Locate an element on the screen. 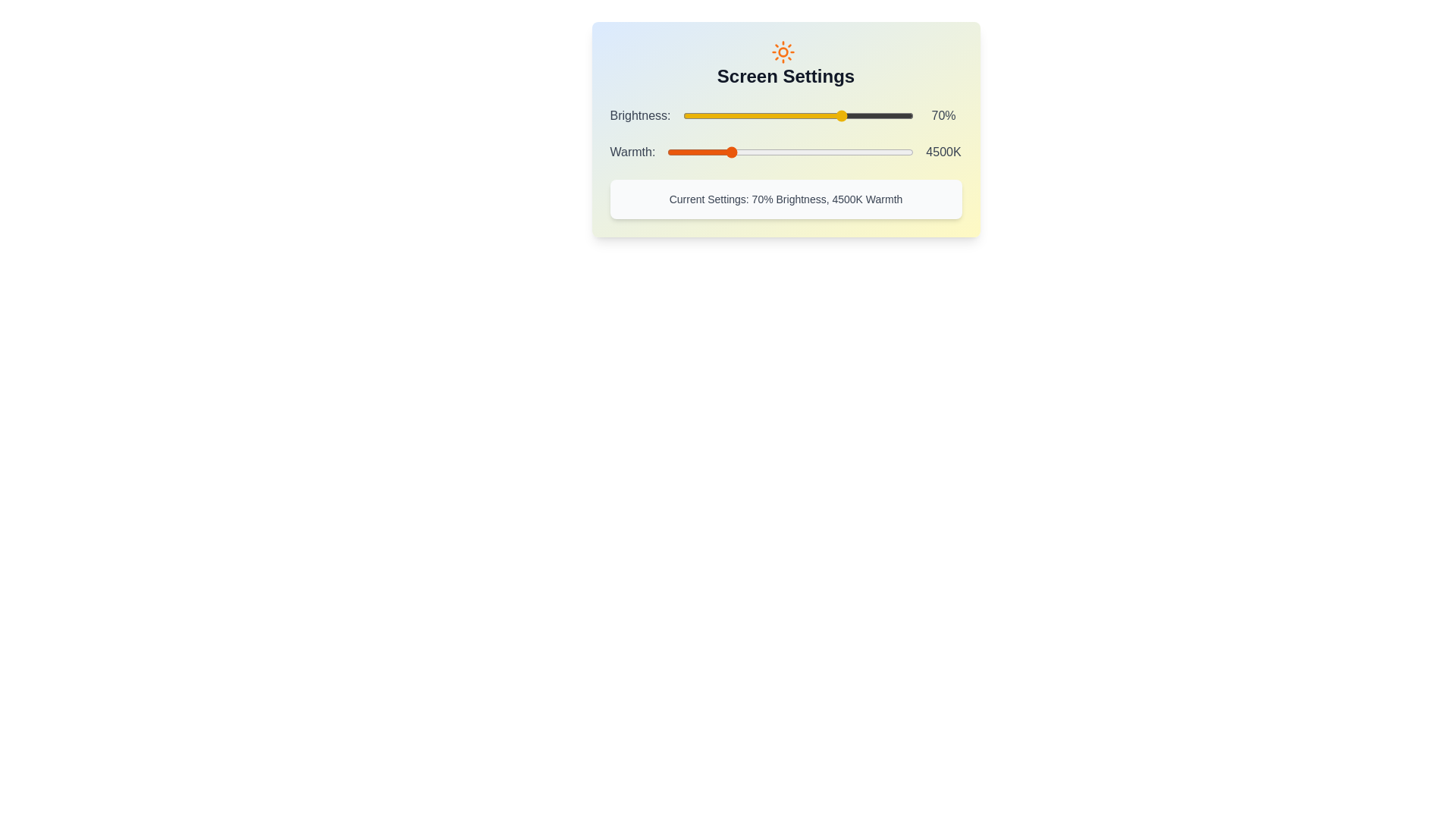 This screenshot has width=1456, height=819. the Warmth slider to set the warmth to 3246 K is located at coordinates (676, 152).